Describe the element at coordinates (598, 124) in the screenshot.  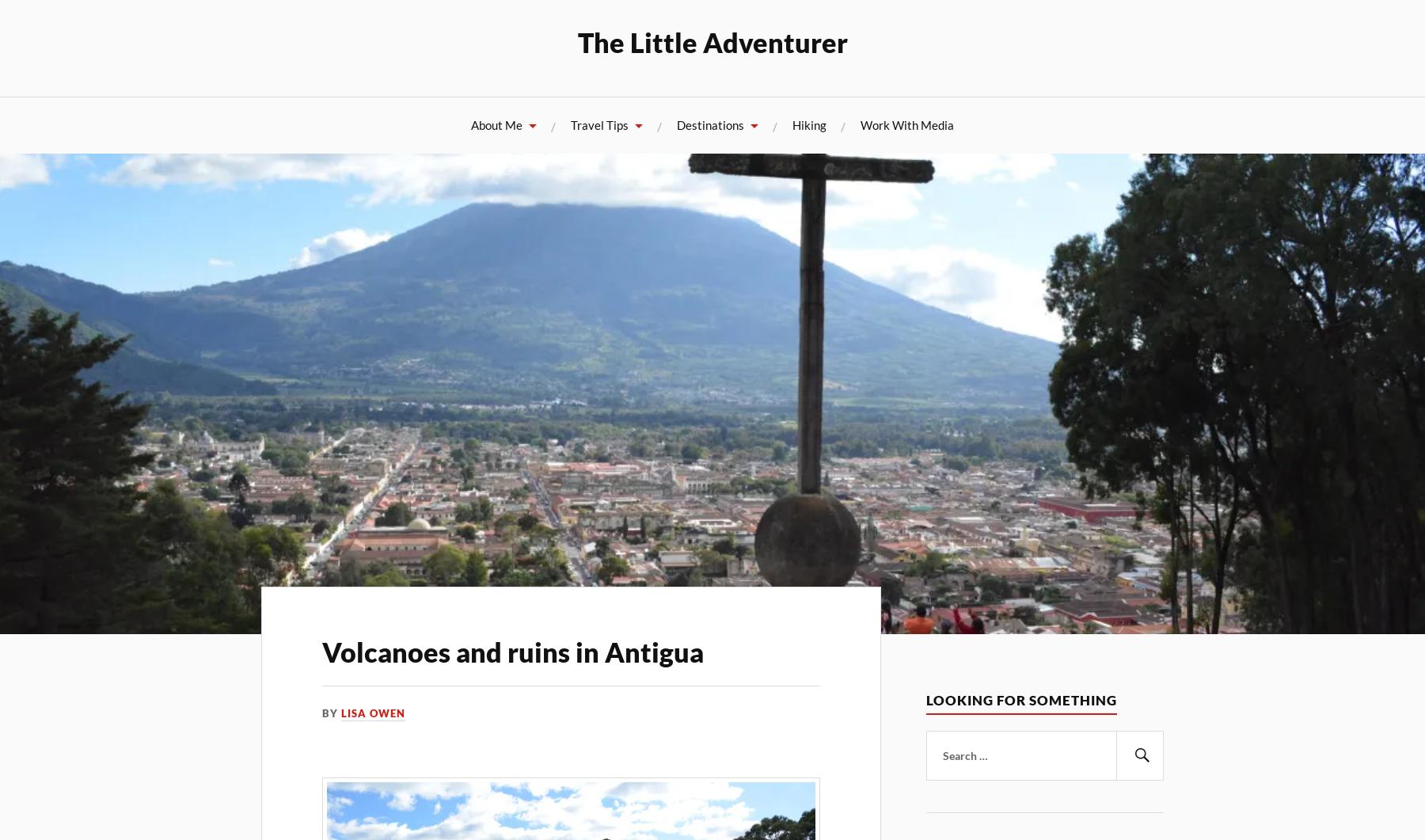
I see `'Travel Tips'` at that location.